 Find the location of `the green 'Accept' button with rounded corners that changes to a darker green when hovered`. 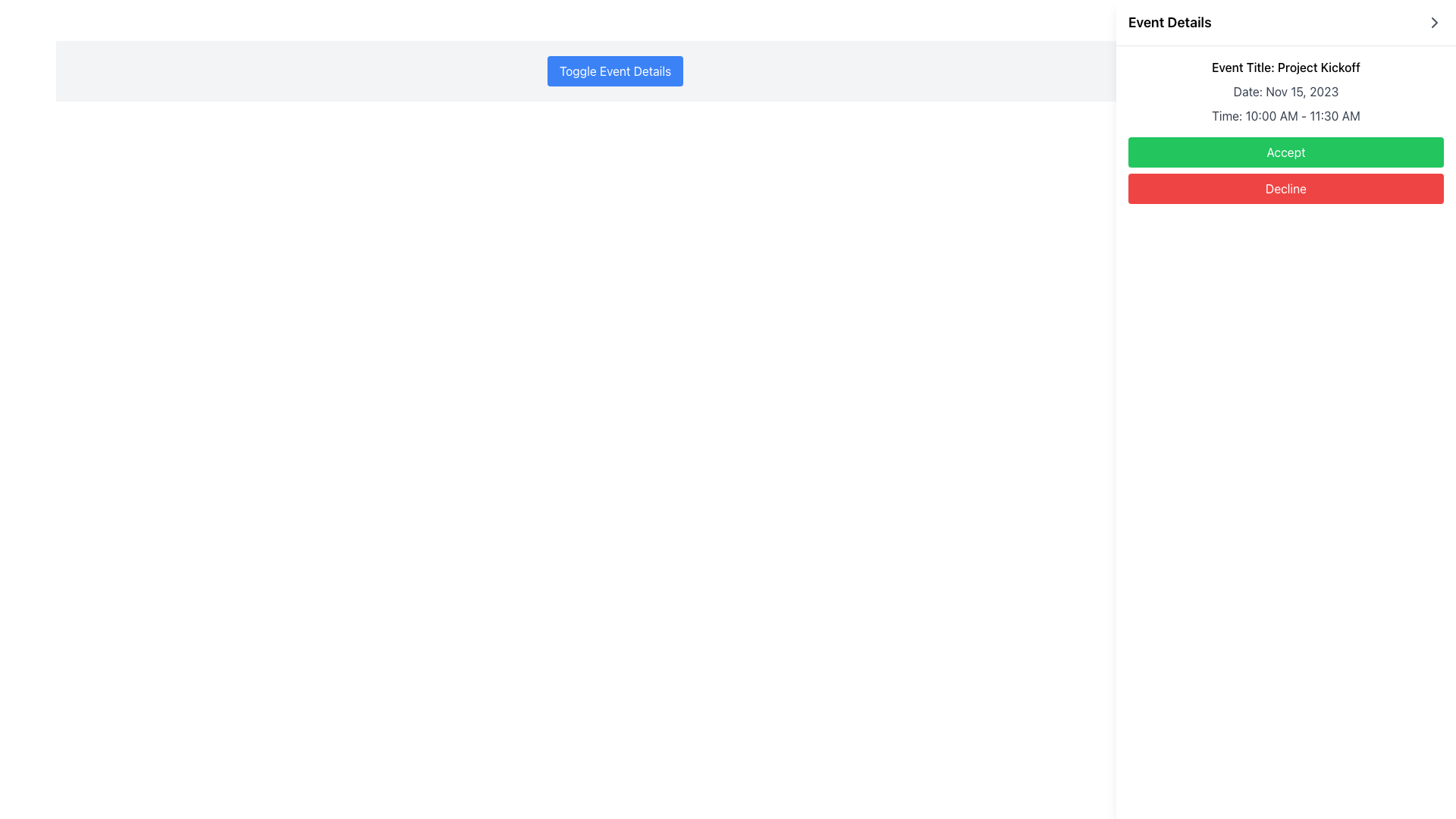

the green 'Accept' button with rounded corners that changes to a darker green when hovered is located at coordinates (1285, 152).